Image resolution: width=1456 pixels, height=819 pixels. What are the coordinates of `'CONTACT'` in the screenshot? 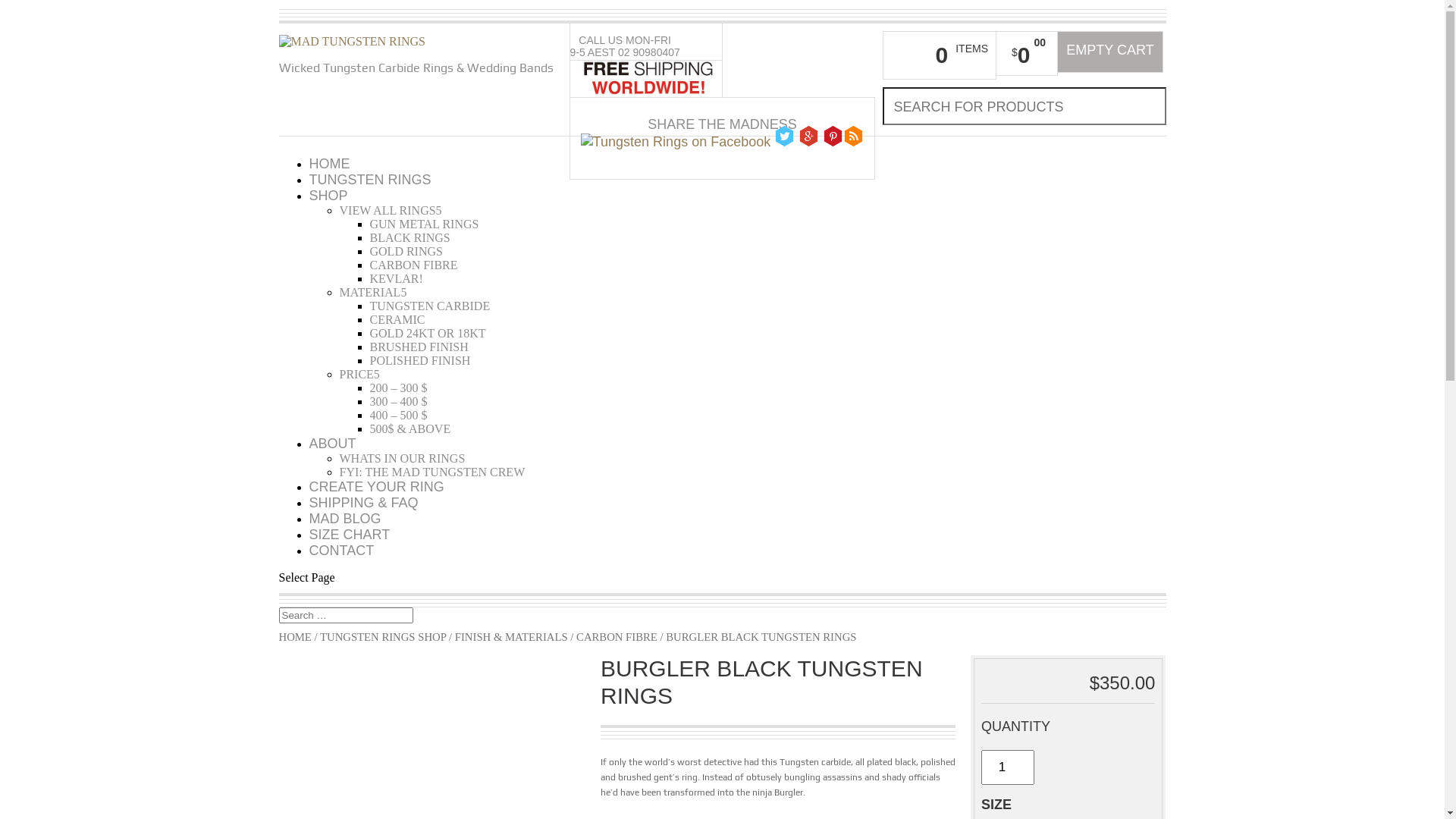 It's located at (341, 550).